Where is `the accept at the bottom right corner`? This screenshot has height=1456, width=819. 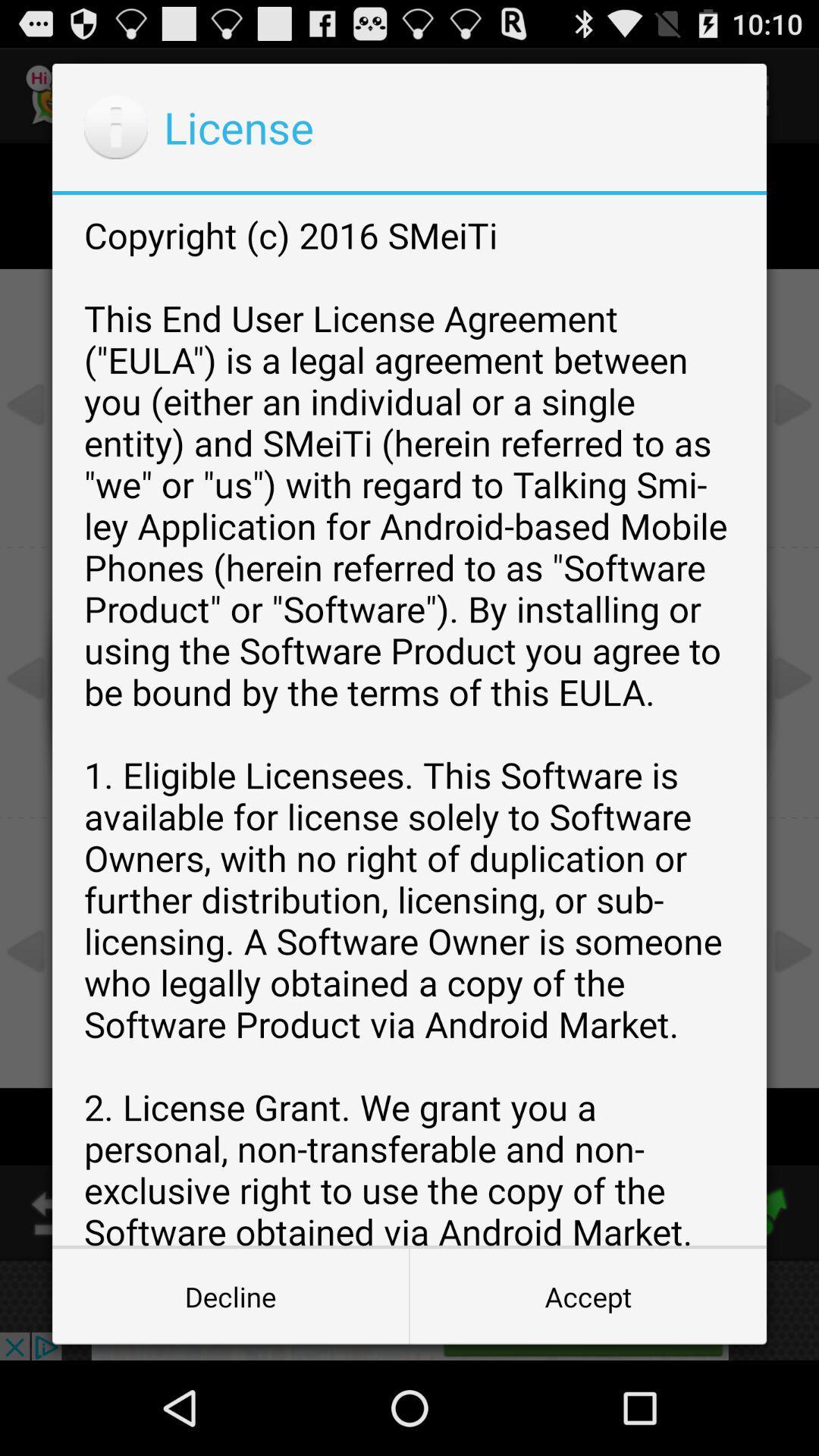 the accept at the bottom right corner is located at coordinates (587, 1295).